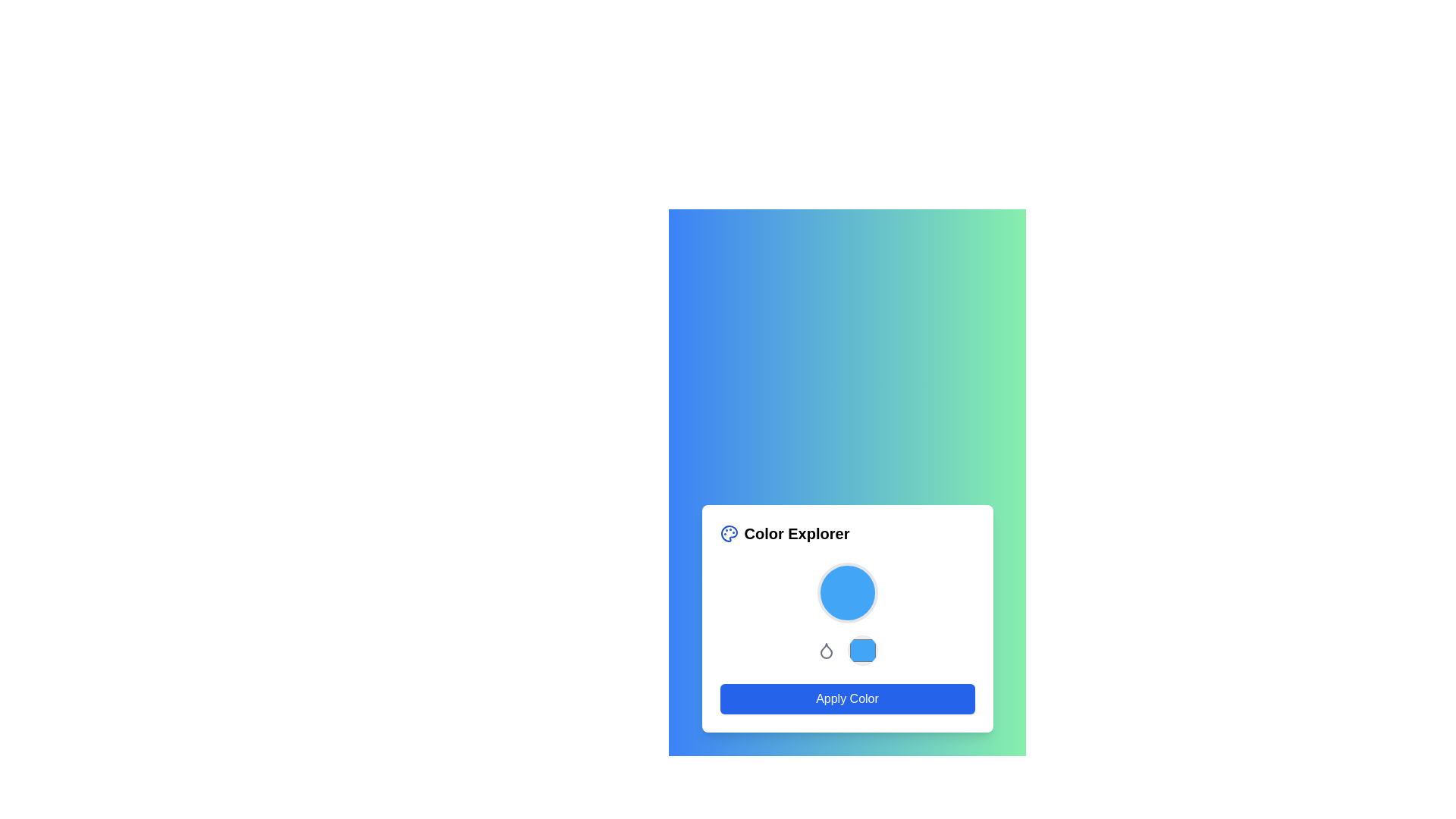  What do you see at coordinates (846, 698) in the screenshot?
I see `the 'Apply Color' button, which is a wide rectangular button with rounded corners, bold blue background, and white text, located at the bottom of the 'Color Explorer' card` at bounding box center [846, 698].